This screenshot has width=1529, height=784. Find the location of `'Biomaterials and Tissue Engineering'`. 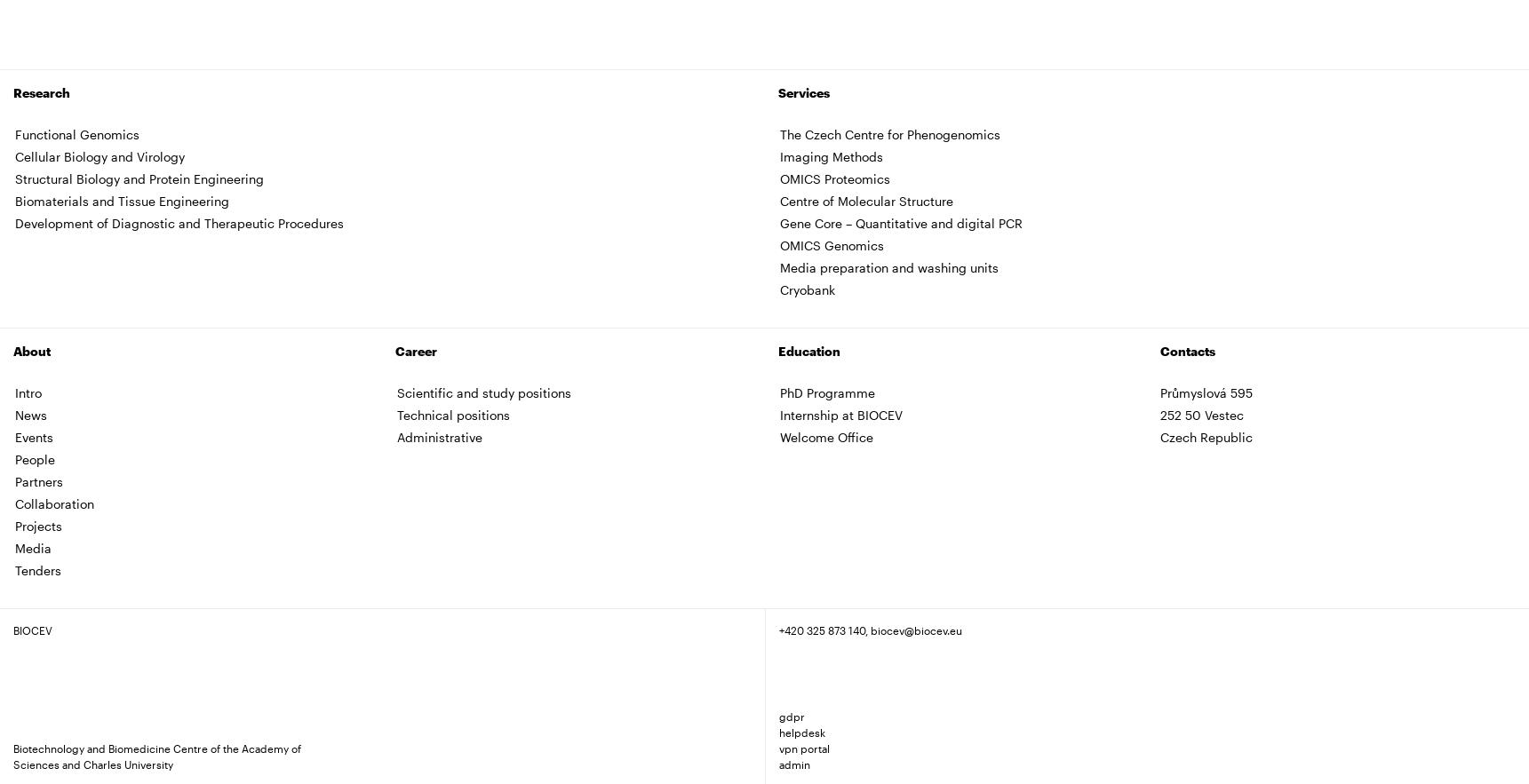

'Biomaterials and Tissue Engineering' is located at coordinates (121, 200).